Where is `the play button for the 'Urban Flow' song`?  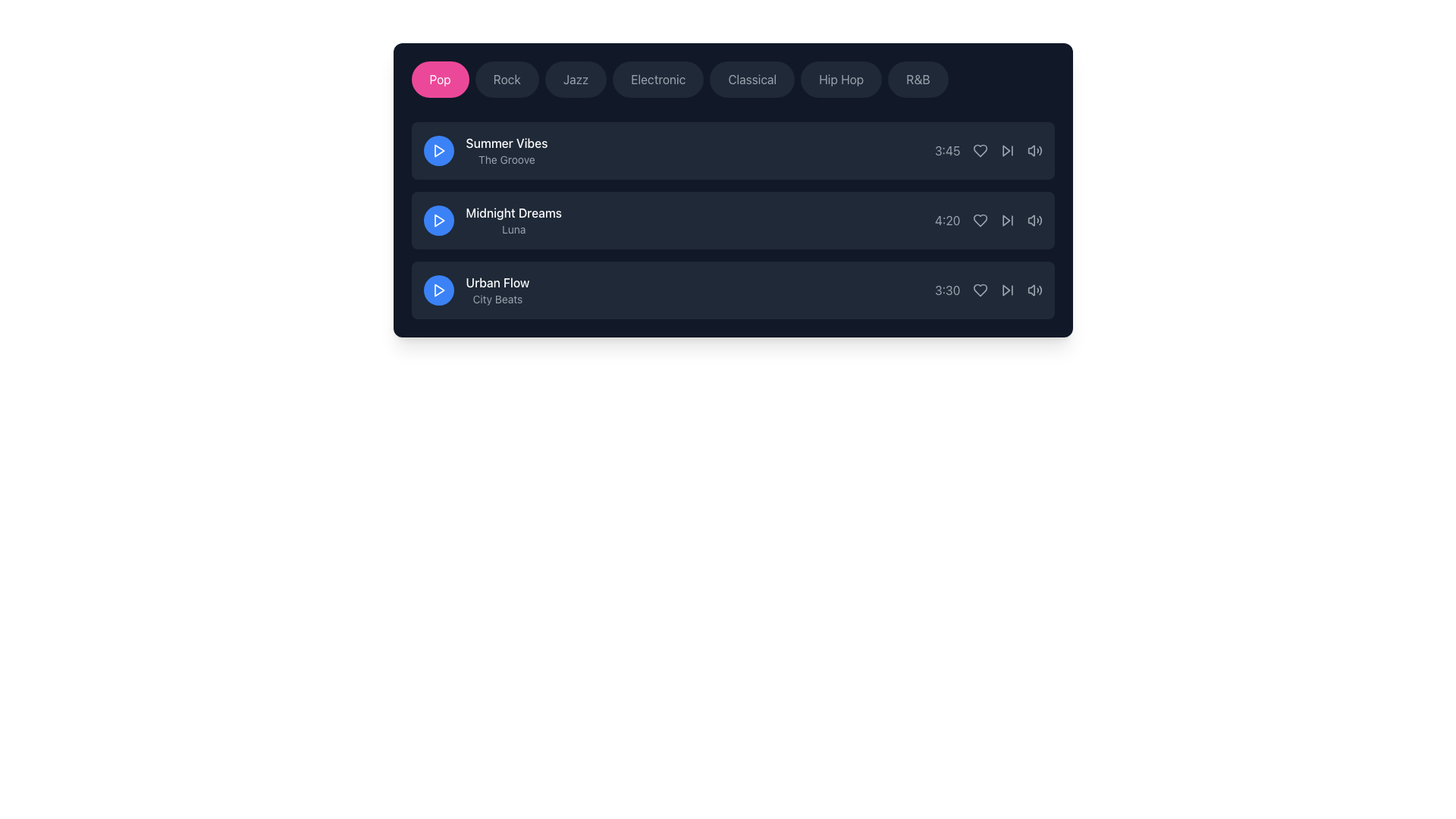 the play button for the 'Urban Flow' song is located at coordinates (438, 290).